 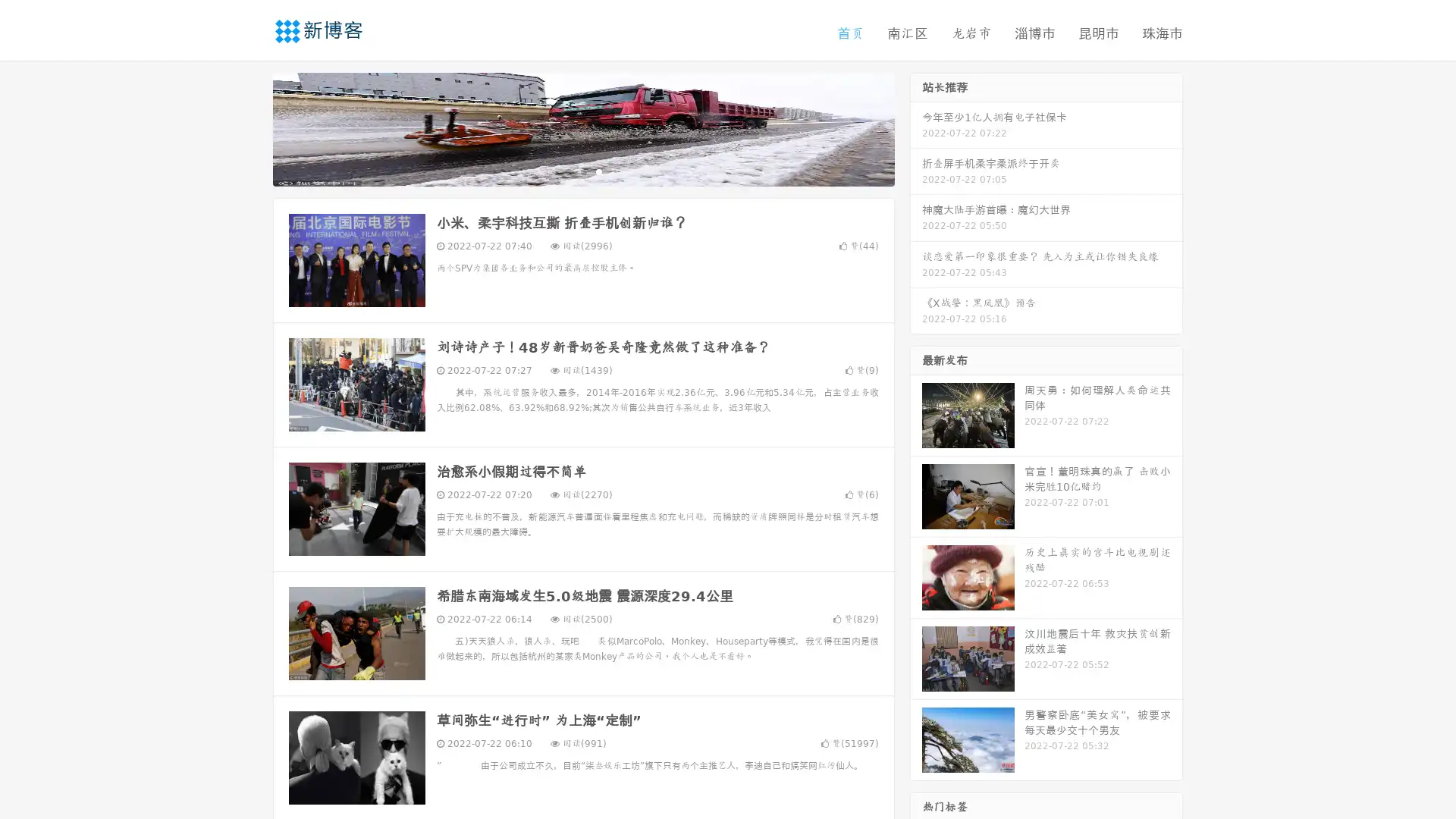 What do you see at coordinates (250, 127) in the screenshot?
I see `Previous slide` at bounding box center [250, 127].